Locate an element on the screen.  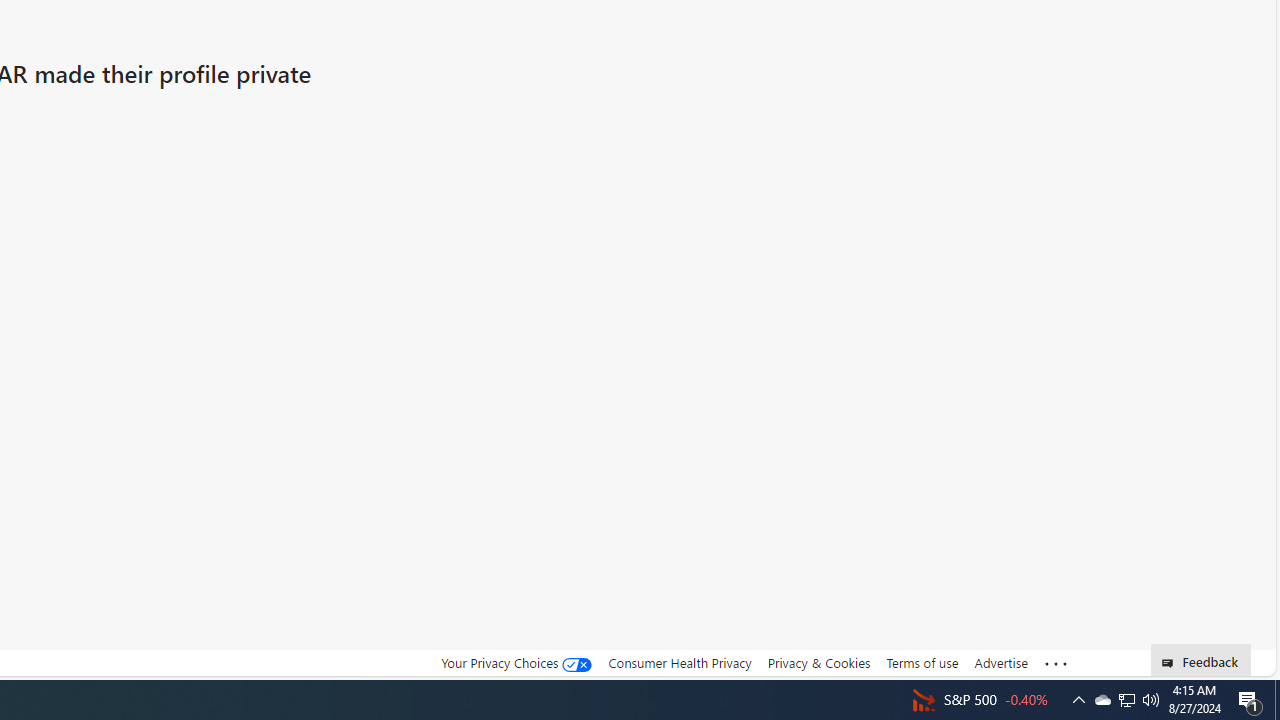
'Your Privacy Choices' is located at coordinates (517, 662).